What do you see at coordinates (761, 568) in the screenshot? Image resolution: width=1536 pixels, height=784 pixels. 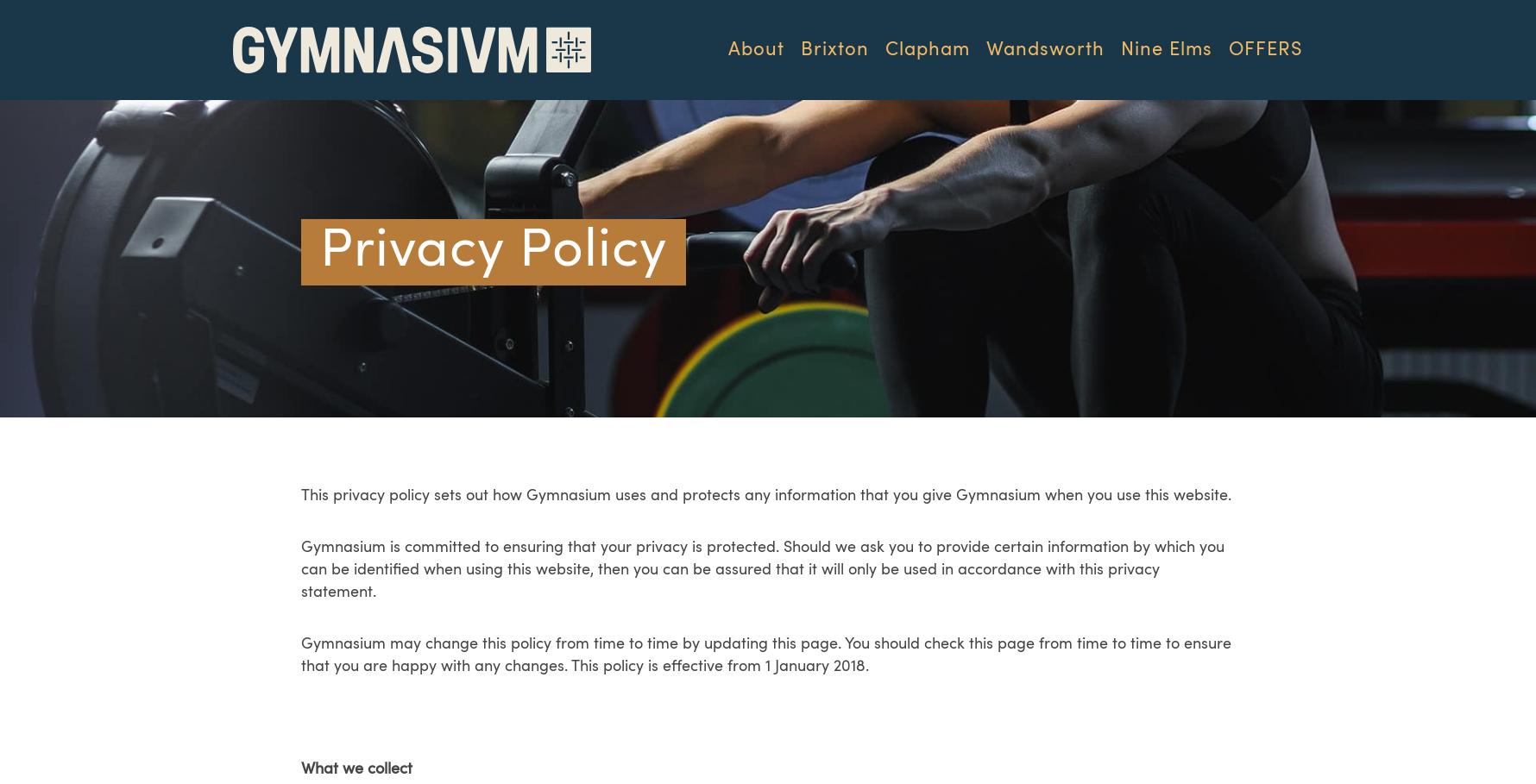 I see `'Gymnasium is committed to ensuring that your privacy is protected. Should we ask you to provide certain information by which you can be identified when using this website, then you can be assured that it will only be used in accordance with this privacy statement.'` at bounding box center [761, 568].